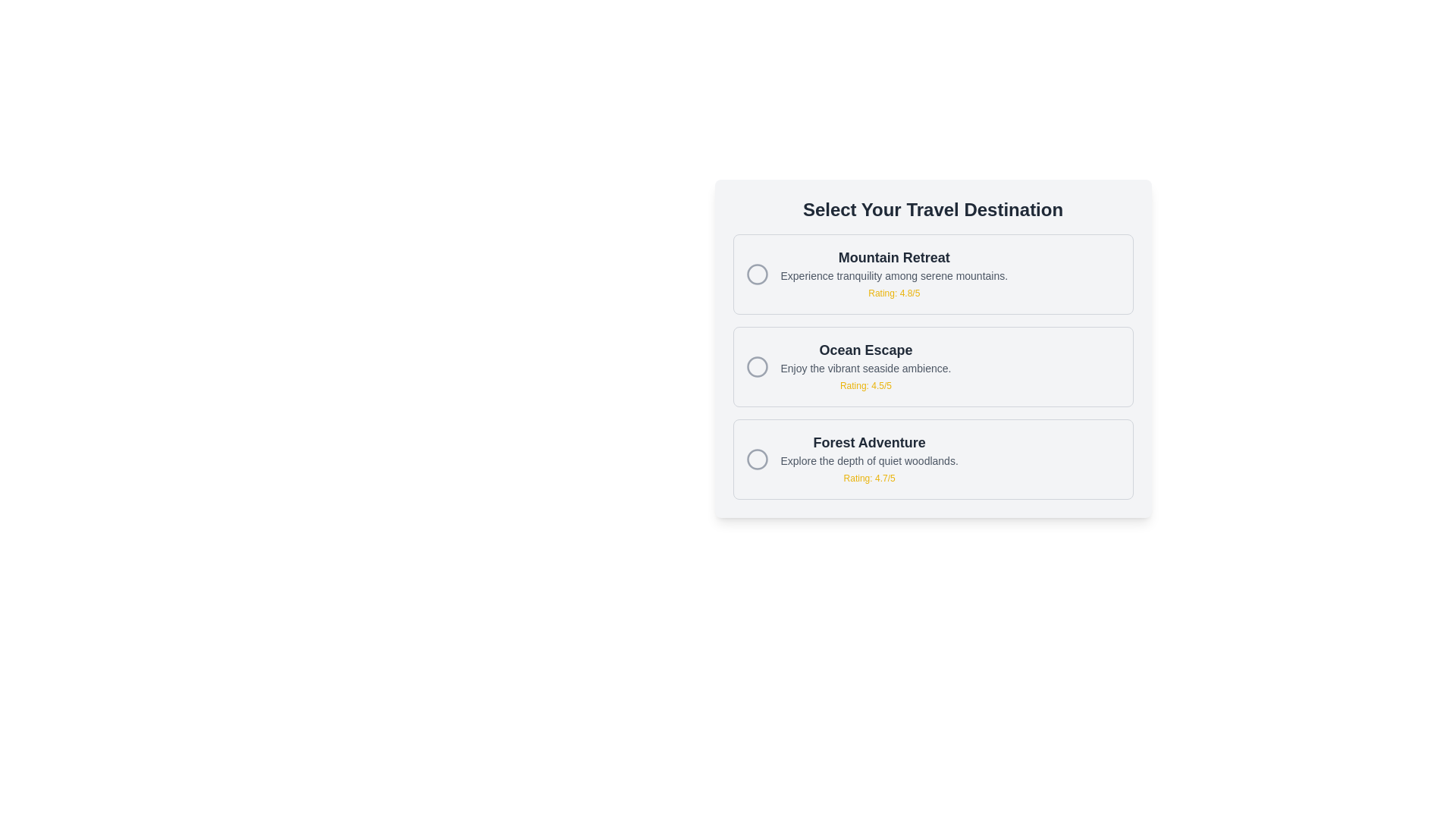 Image resolution: width=1456 pixels, height=819 pixels. Describe the element at coordinates (757, 458) in the screenshot. I see `the radio button for the 'Forest Adventure' travel option, which is the circle icon located at the leftmost side of the third row of selectable travel destinations` at that location.